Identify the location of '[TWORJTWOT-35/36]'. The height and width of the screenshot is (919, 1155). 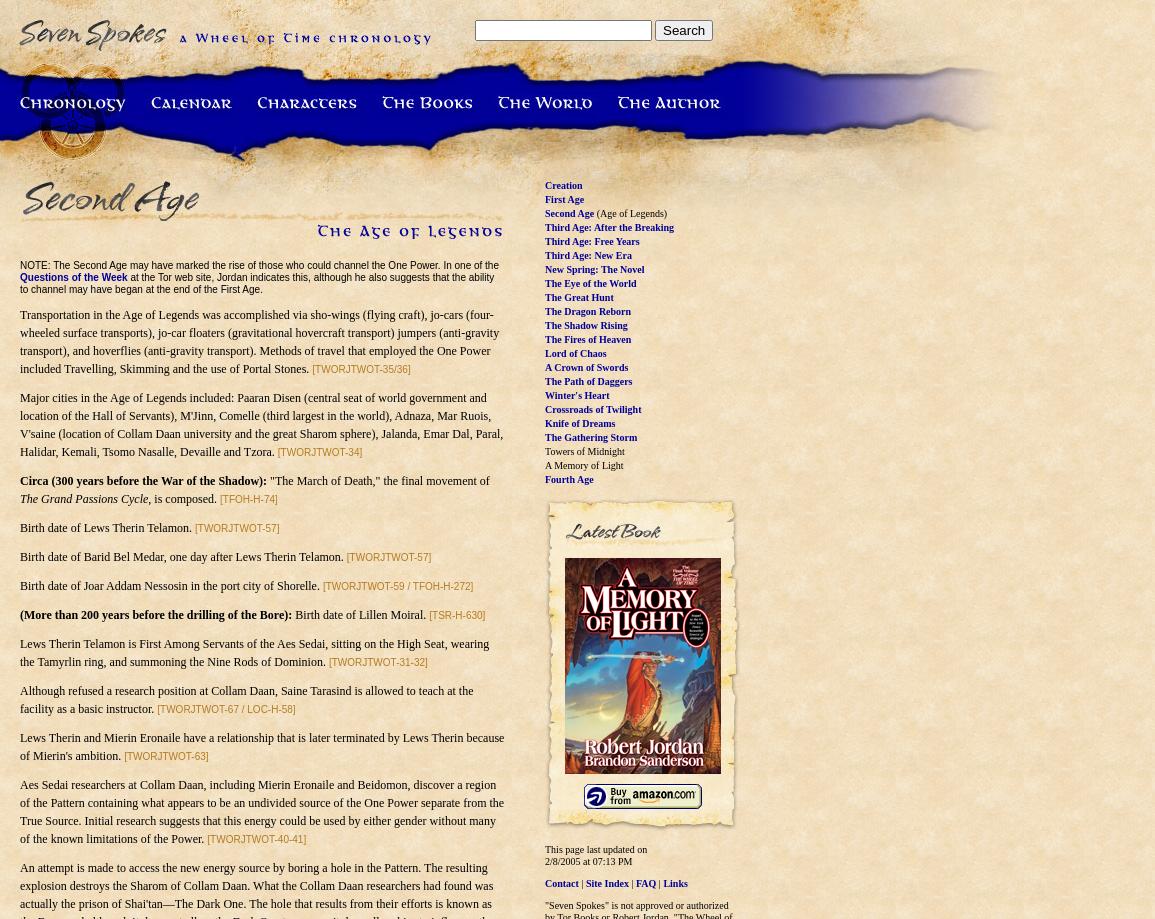
(311, 369).